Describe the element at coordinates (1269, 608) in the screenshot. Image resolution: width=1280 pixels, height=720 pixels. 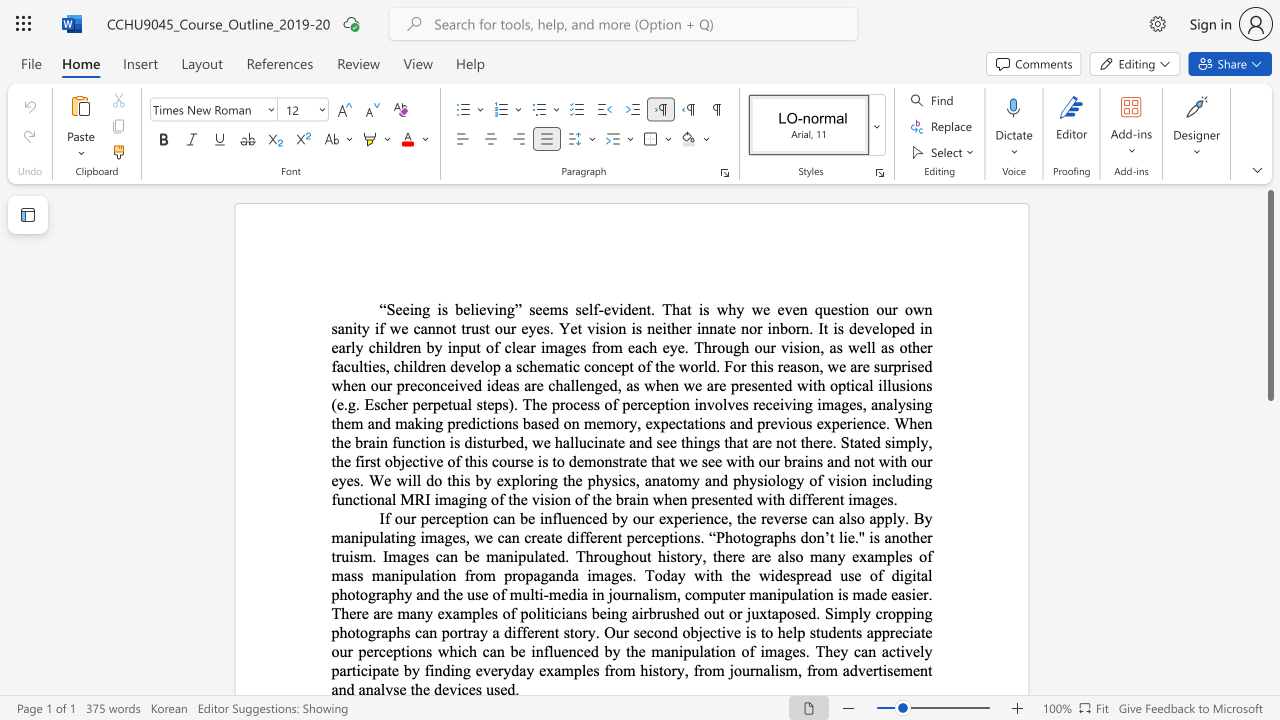
I see `the right-hand scrollbar to descend the page` at that location.